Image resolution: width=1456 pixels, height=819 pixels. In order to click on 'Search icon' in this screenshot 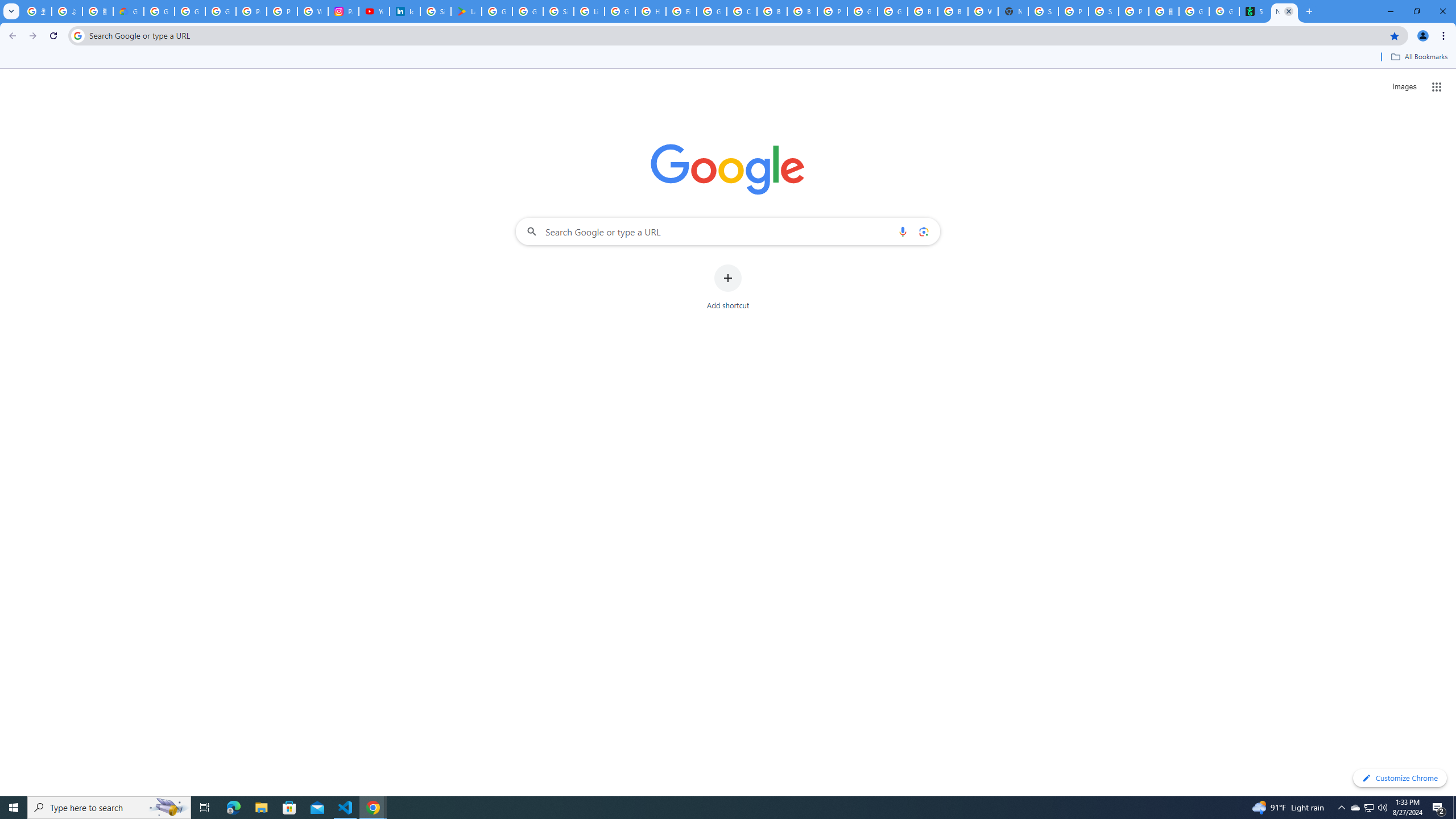, I will do `click(77, 35)`.